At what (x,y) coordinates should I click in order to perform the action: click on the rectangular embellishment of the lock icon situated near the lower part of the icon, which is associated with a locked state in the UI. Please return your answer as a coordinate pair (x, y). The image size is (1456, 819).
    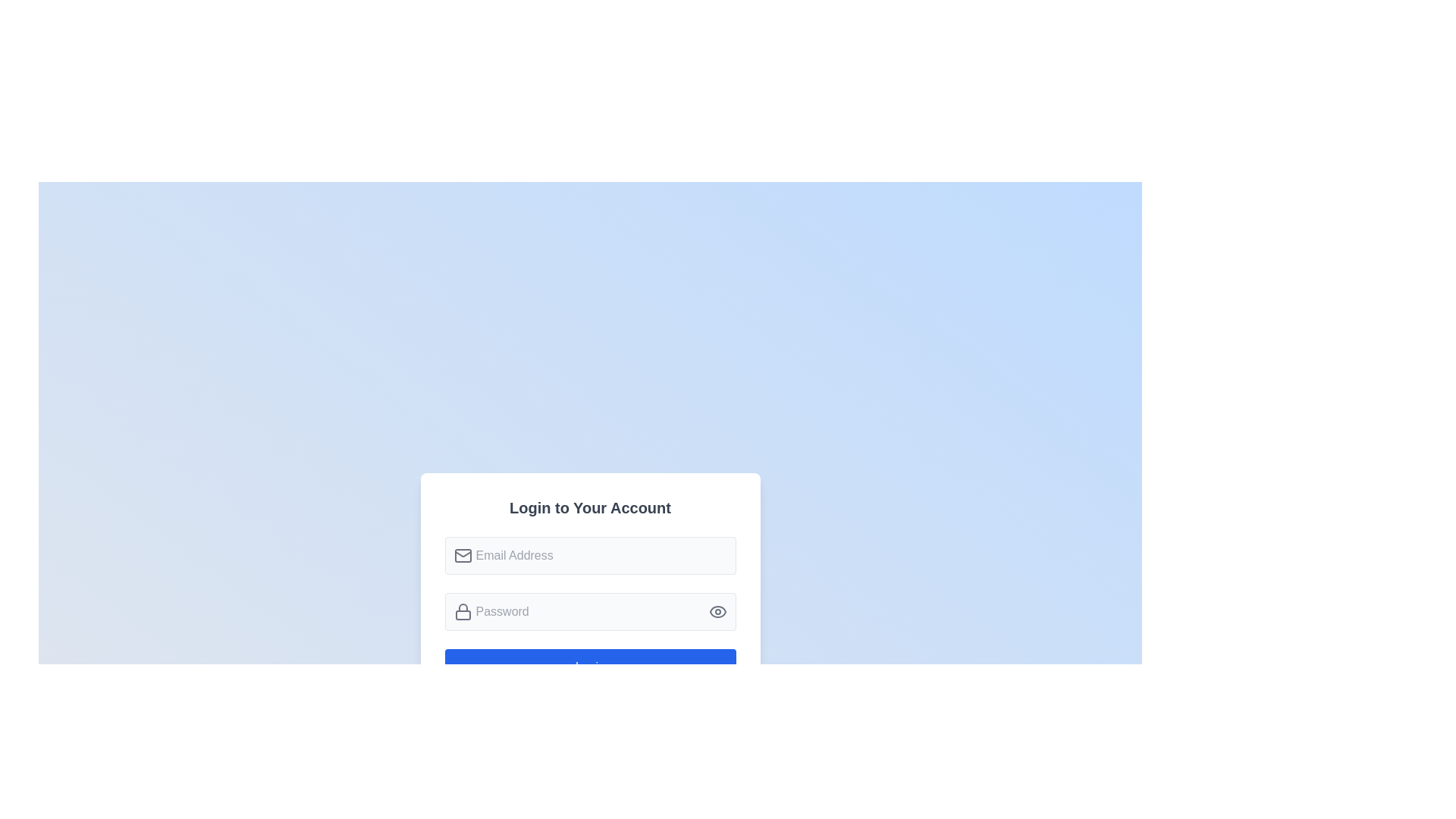
    Looking at the image, I should click on (462, 615).